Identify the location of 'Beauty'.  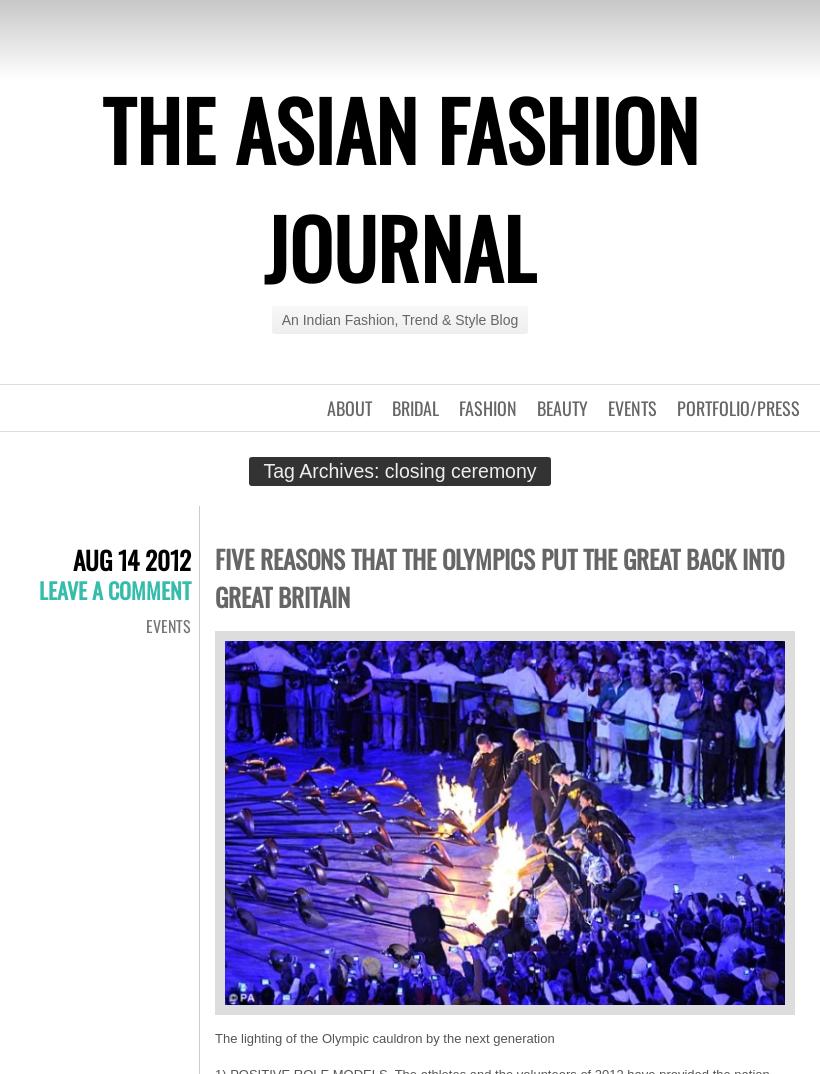
(536, 408).